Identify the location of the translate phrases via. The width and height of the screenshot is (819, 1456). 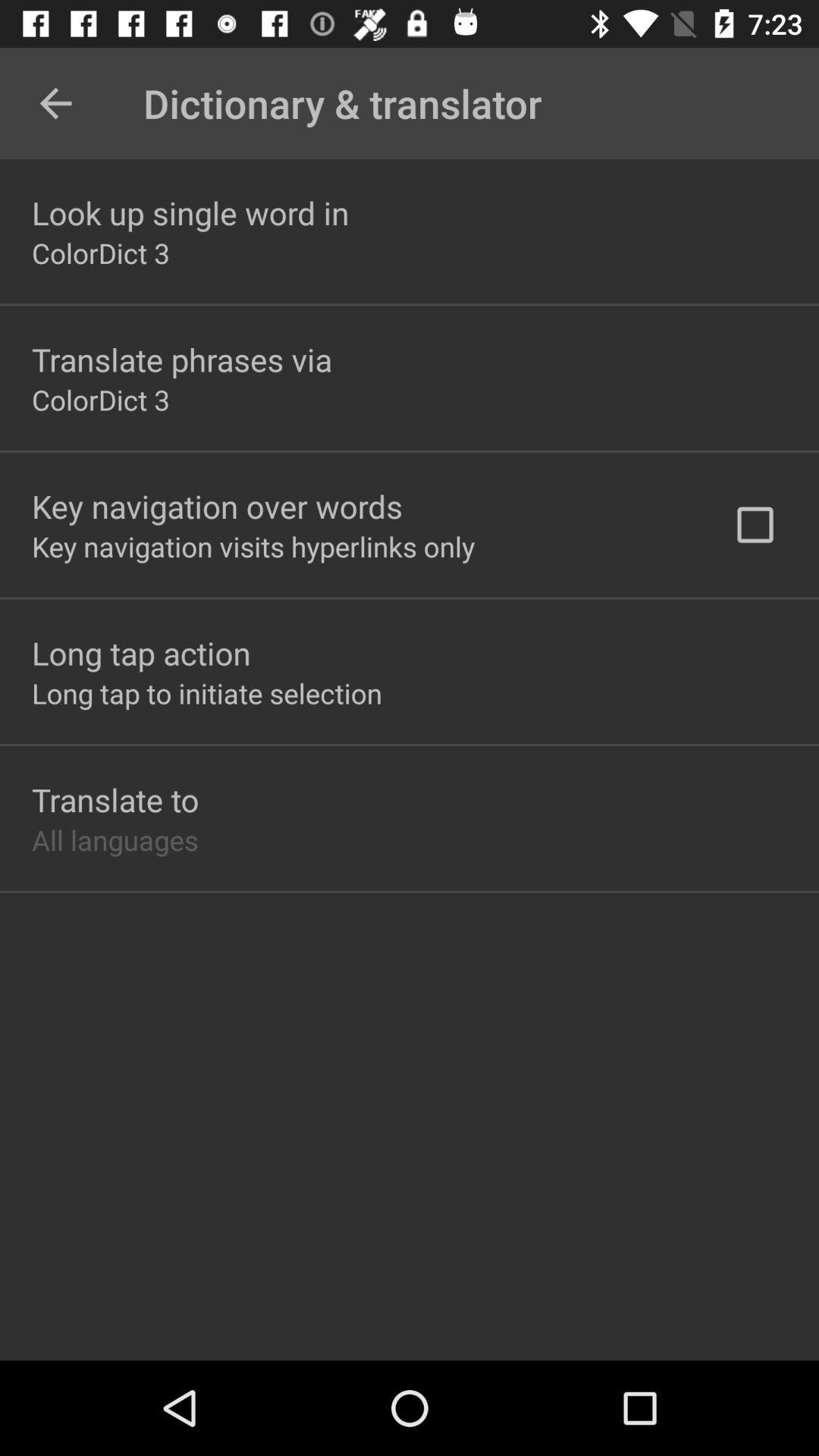
(180, 359).